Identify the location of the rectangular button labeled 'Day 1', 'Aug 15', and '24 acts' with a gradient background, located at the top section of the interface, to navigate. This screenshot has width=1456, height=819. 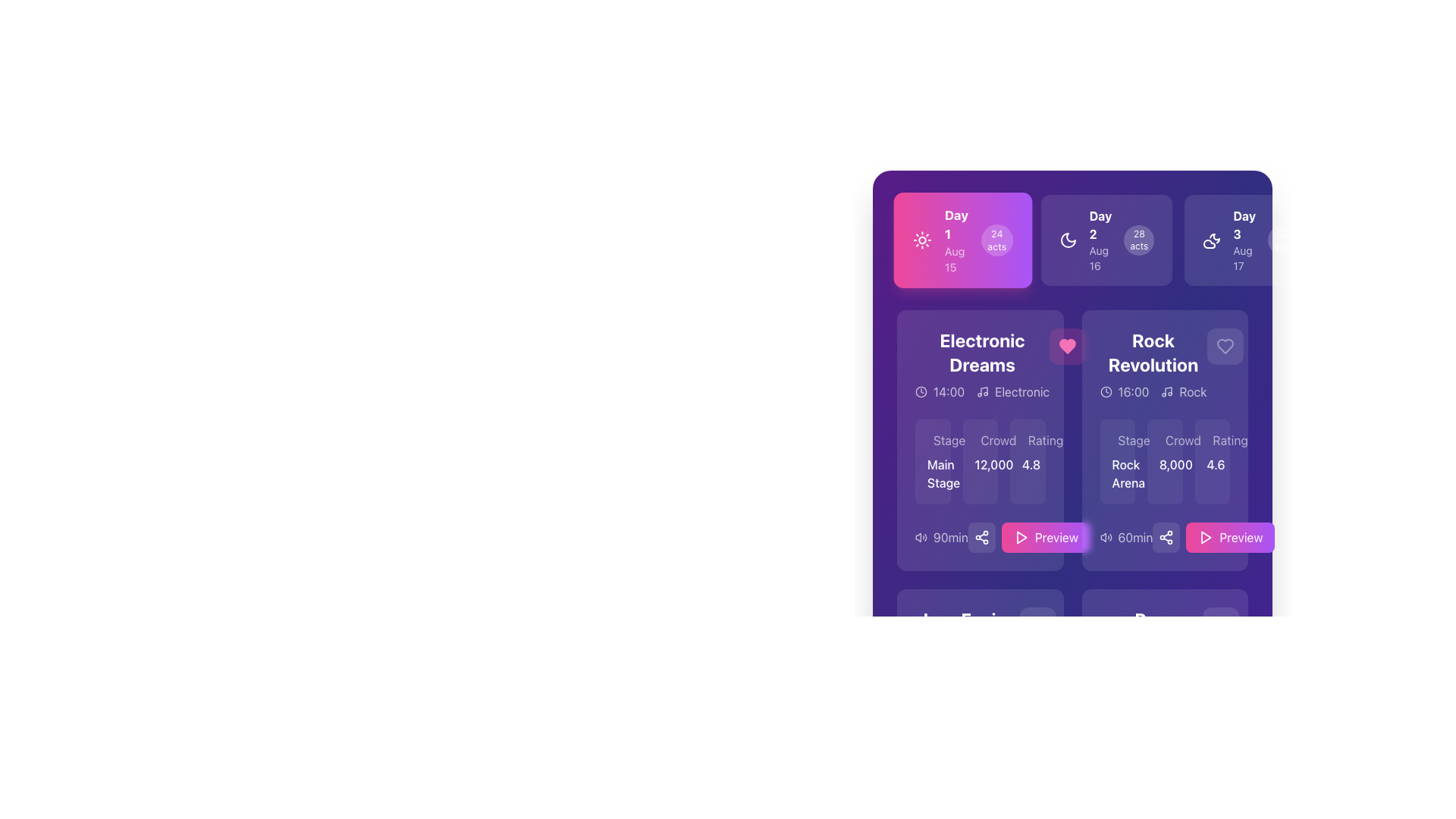
(962, 239).